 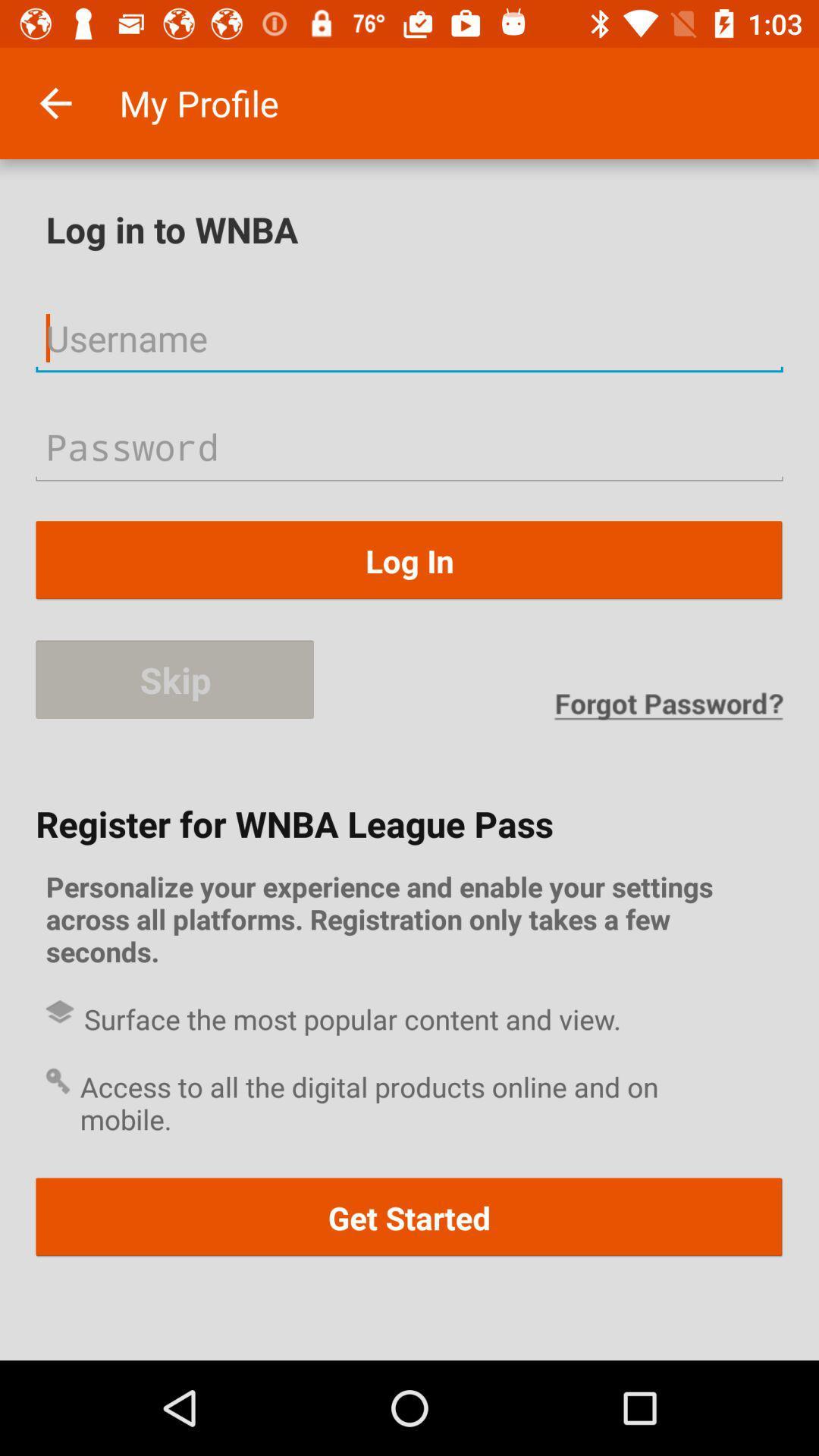 I want to click on username, so click(x=409, y=337).